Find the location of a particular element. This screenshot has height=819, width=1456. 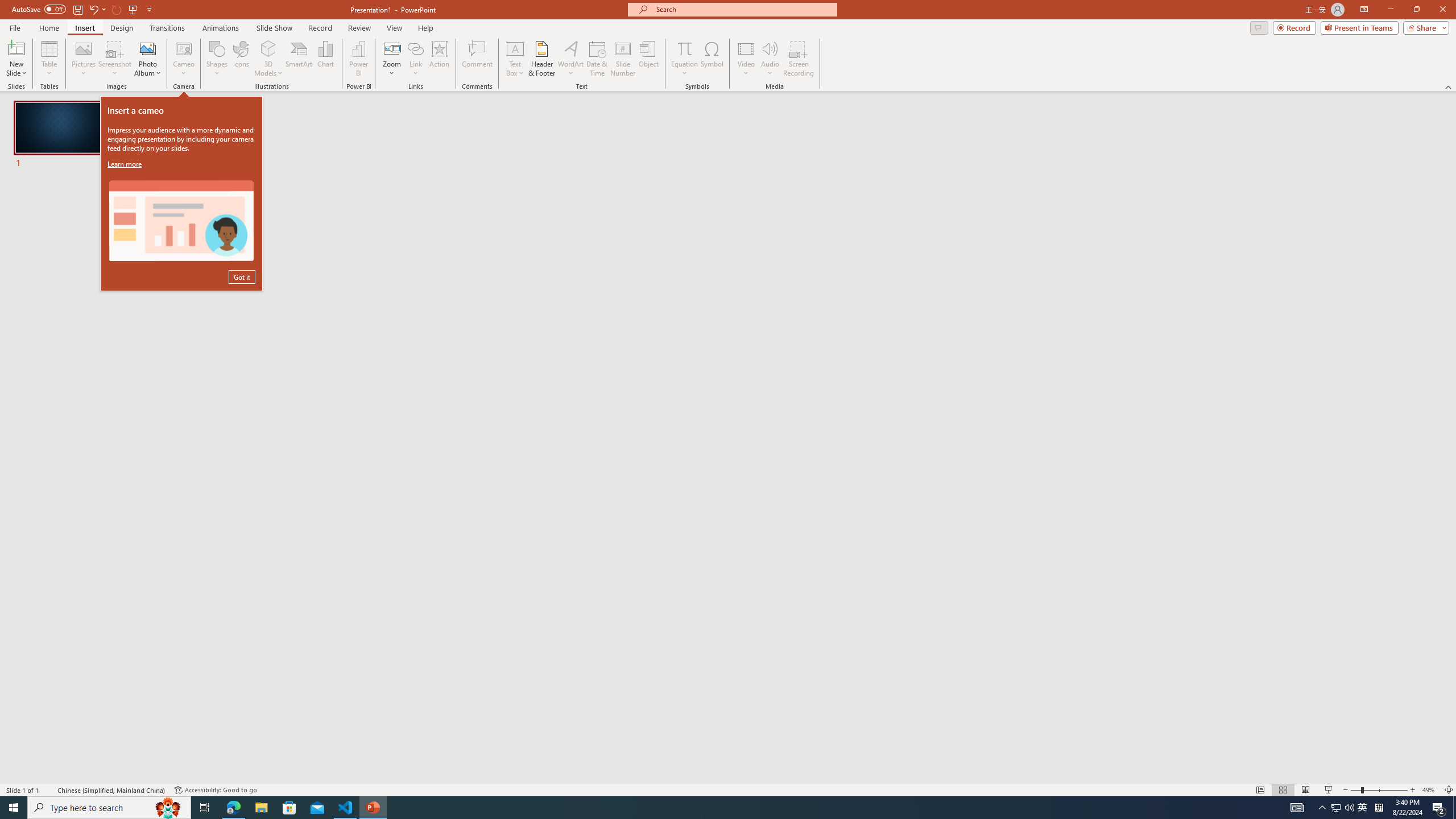

'Chart...' is located at coordinates (325, 59).